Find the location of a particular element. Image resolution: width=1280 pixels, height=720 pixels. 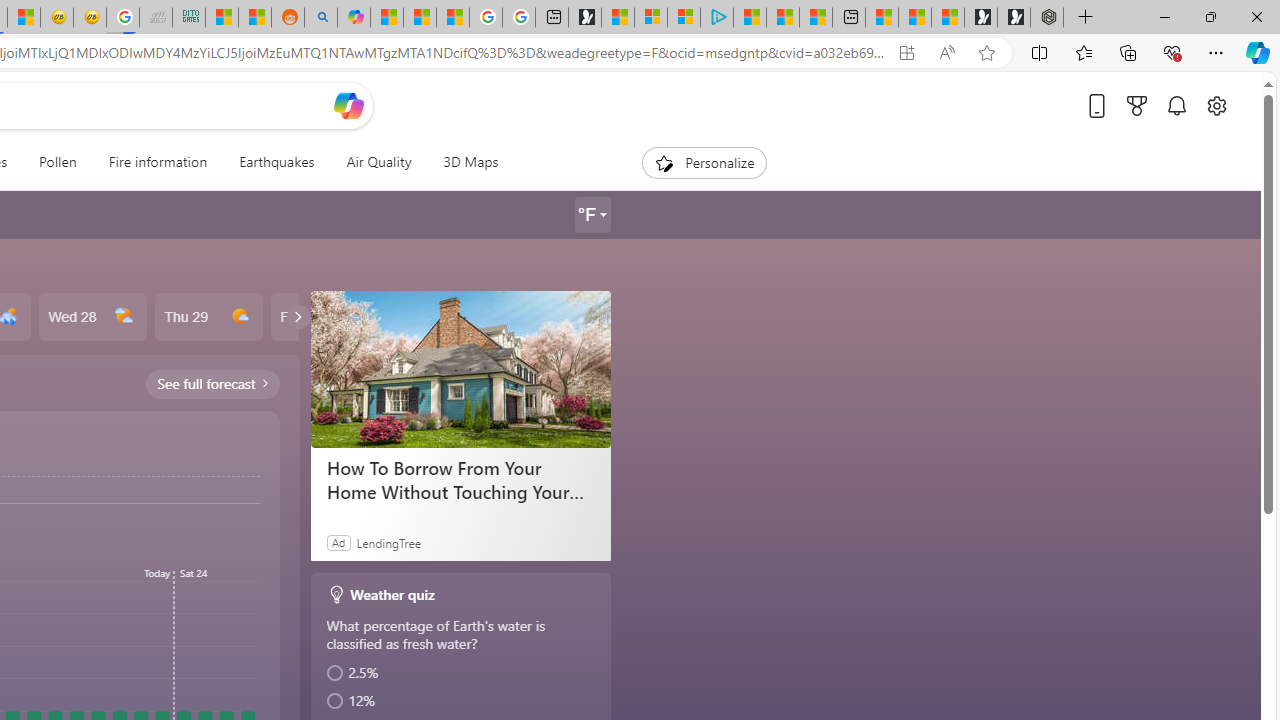

'Air Quality' is located at coordinates (378, 162).